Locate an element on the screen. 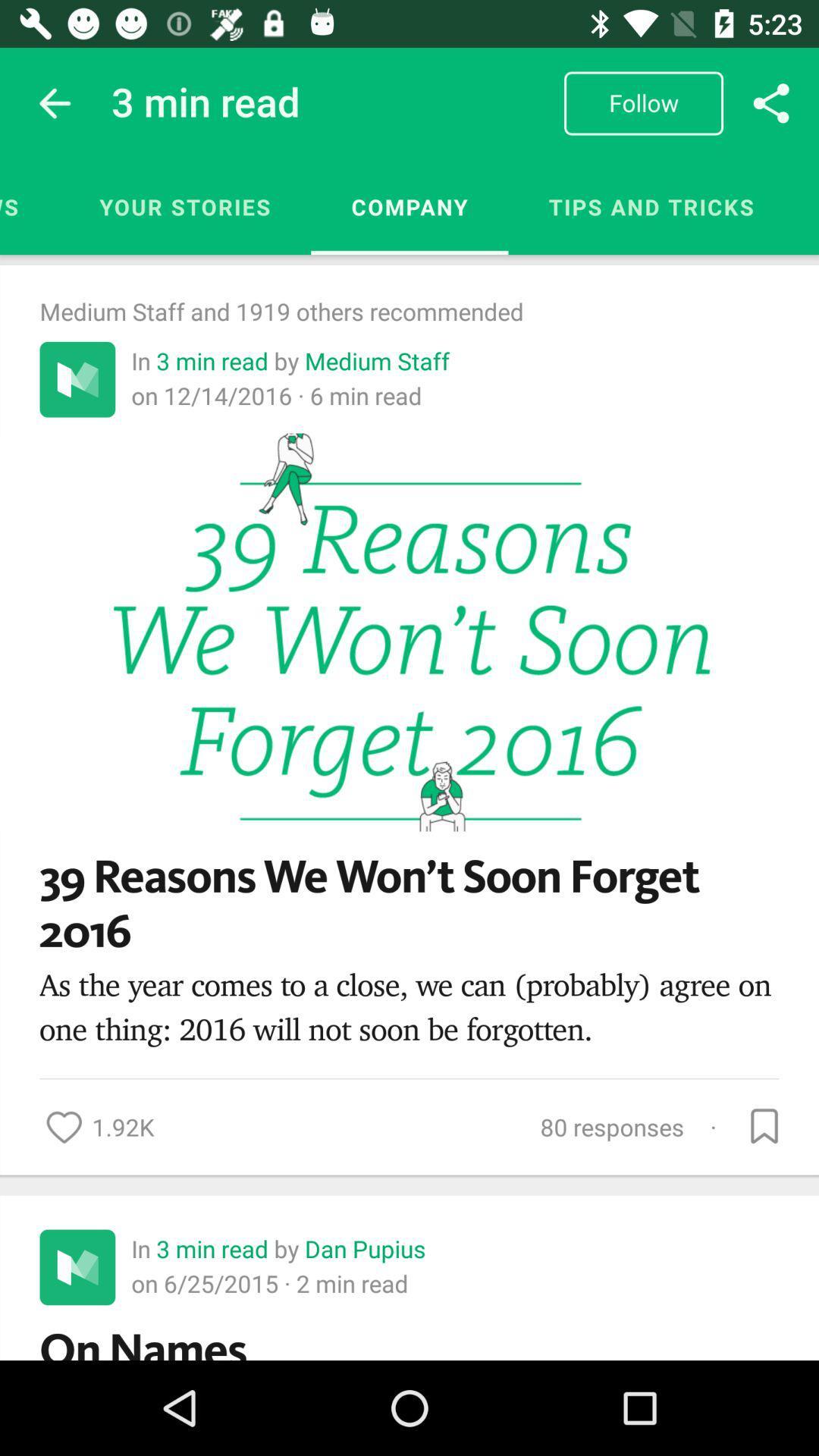 The width and height of the screenshot is (819, 1456). the text left to share icon at right top of the page is located at coordinates (643, 103).